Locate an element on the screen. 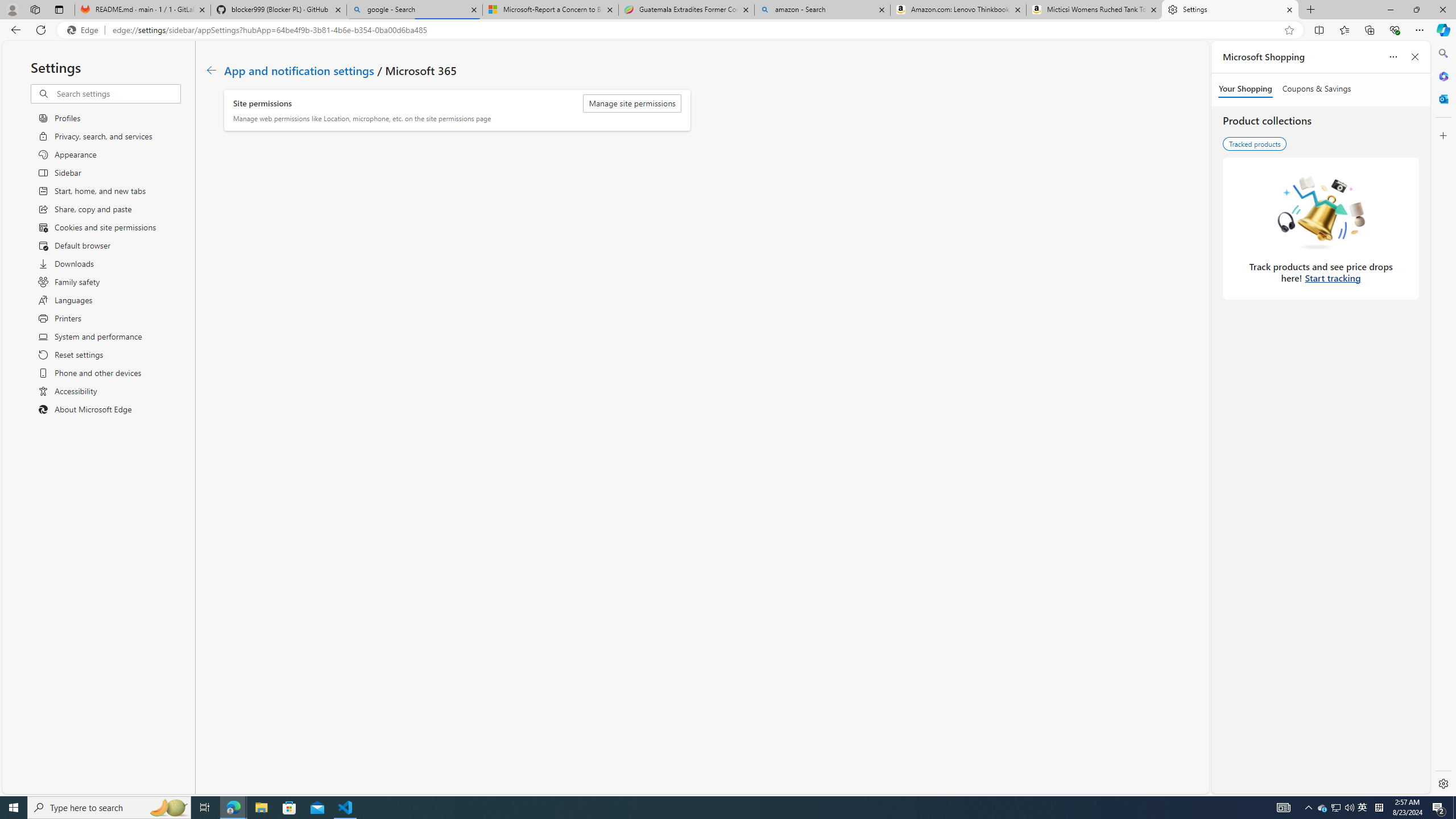  'Class: c01182' is located at coordinates (210, 69).